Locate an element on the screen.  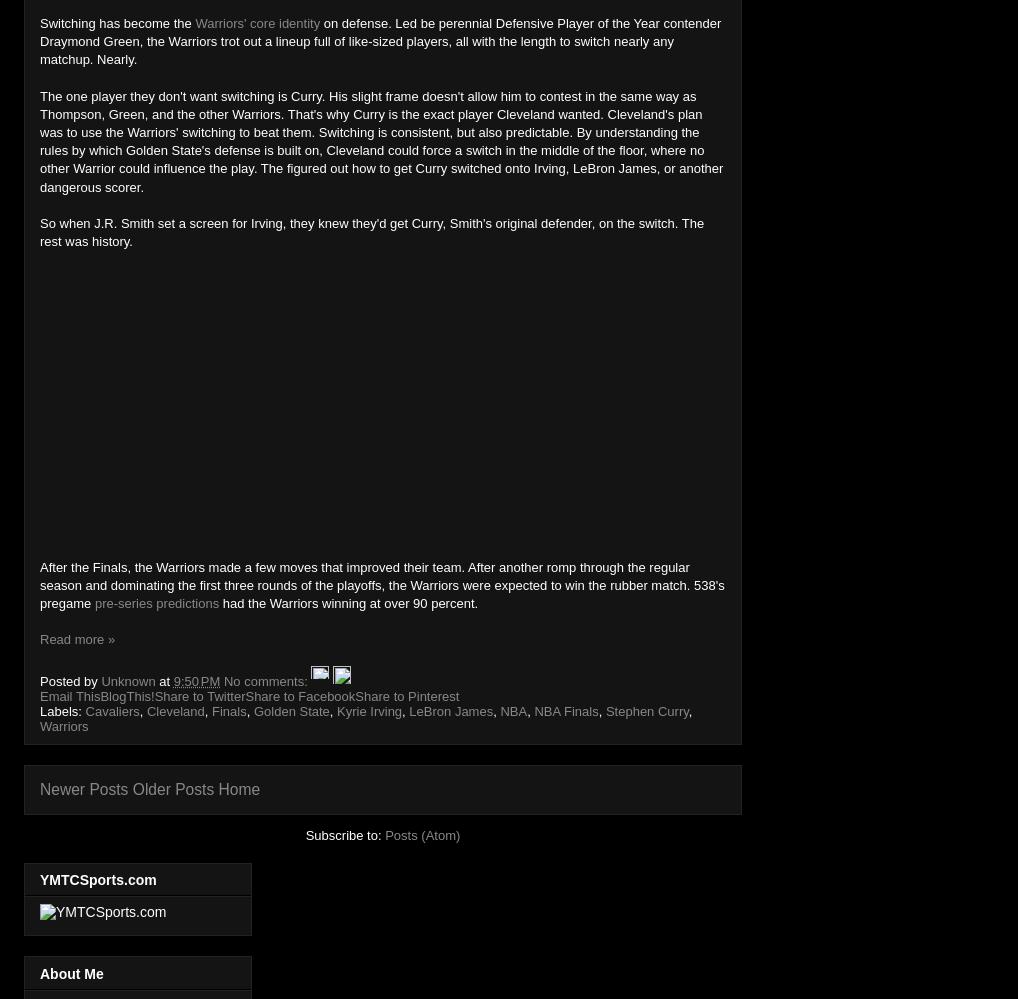
'Share to Facebook' is located at coordinates (300, 696).